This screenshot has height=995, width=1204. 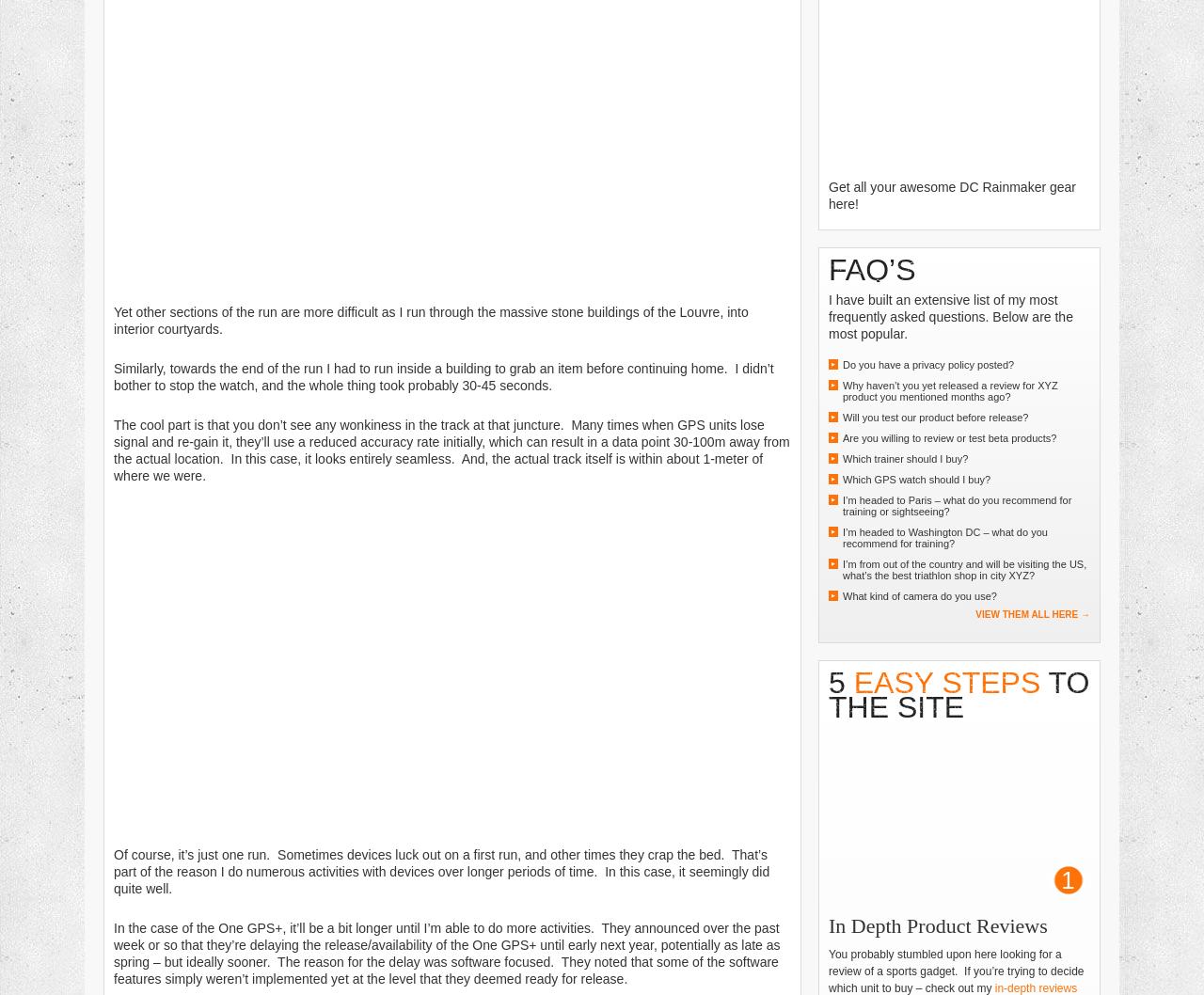 I want to click on 'I’m from out of the country and will be visiting the US, what’s the best triathlon shop in city XYZ?', so click(x=842, y=568).